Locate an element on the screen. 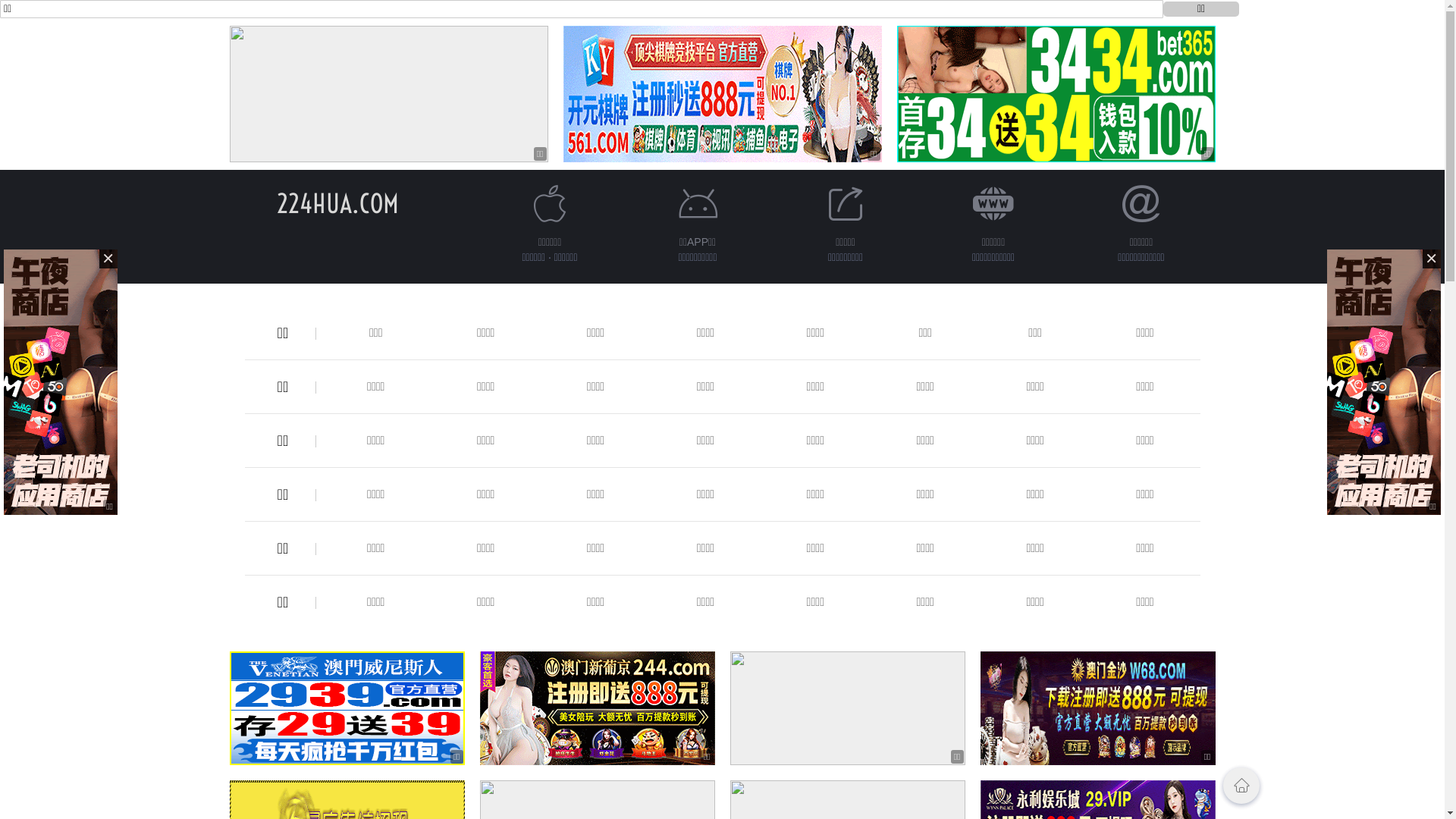 This screenshot has height=819, width=1456. '224HUA.COM' is located at coordinates (276, 202).